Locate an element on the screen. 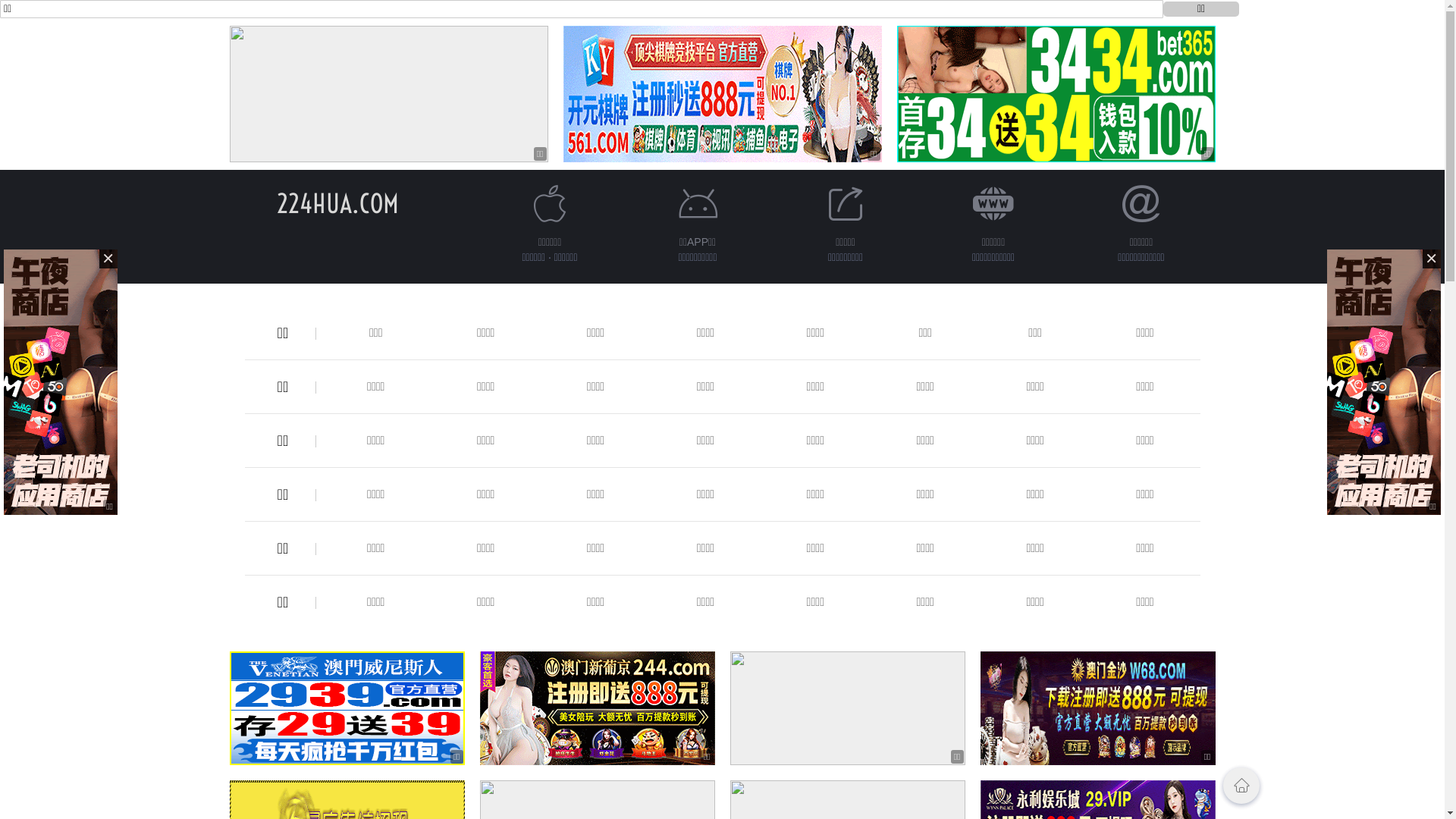 This screenshot has height=819, width=1456. '224HUA.COM' is located at coordinates (276, 202).